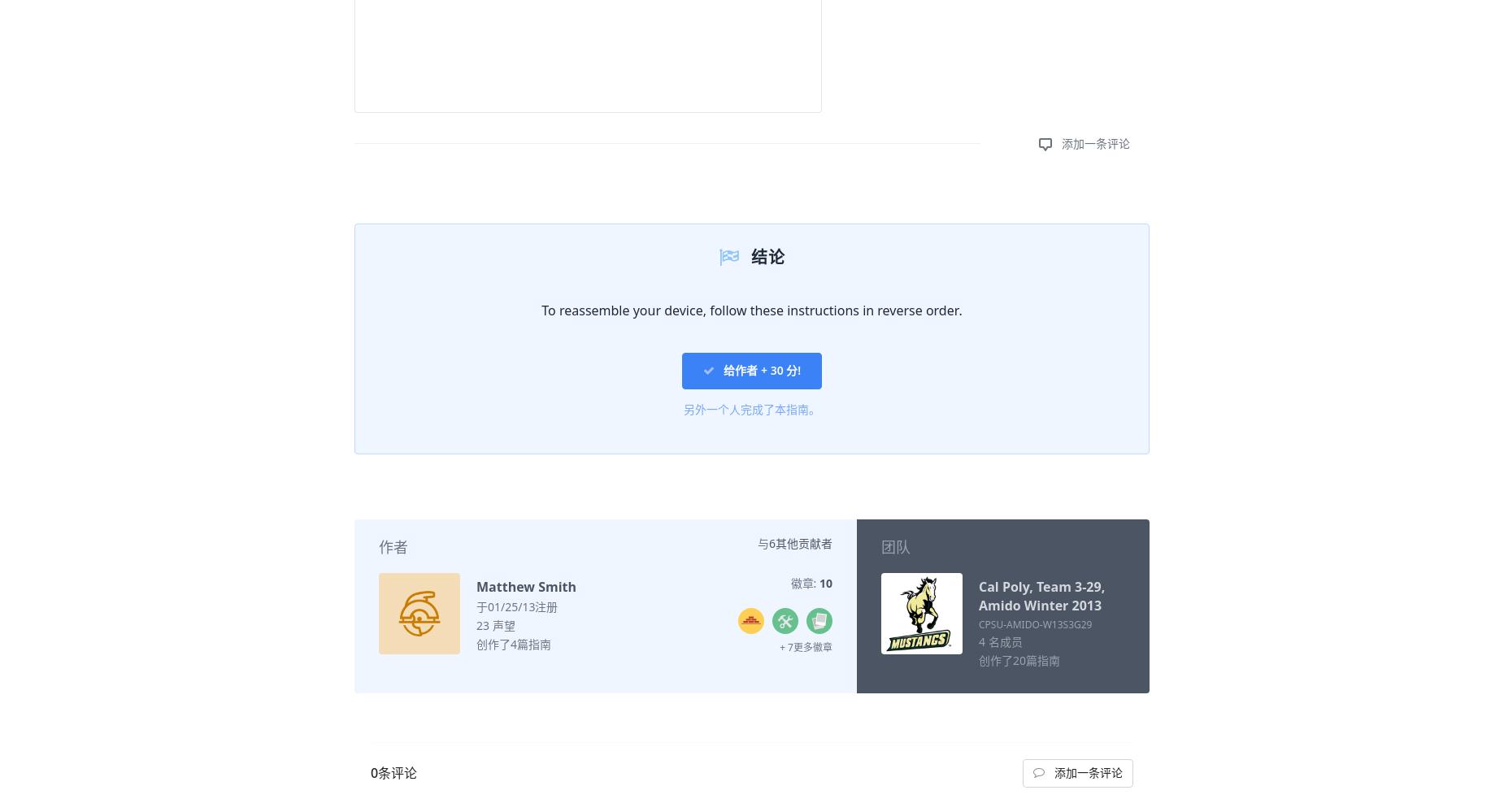 The height and width of the screenshot is (812, 1504). Describe the element at coordinates (495, 623) in the screenshot. I see `'23 声望'` at that location.